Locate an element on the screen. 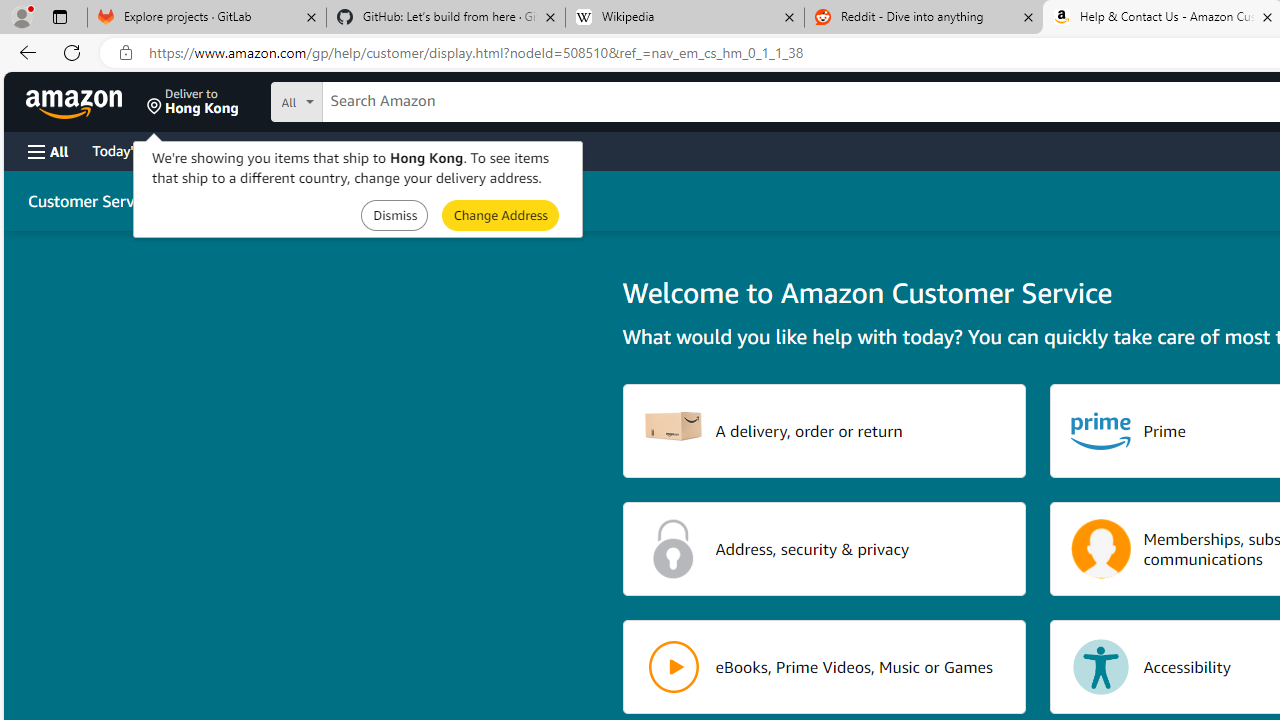 This screenshot has height=720, width=1280. 'A delivery, order or return' is located at coordinates (824, 429).